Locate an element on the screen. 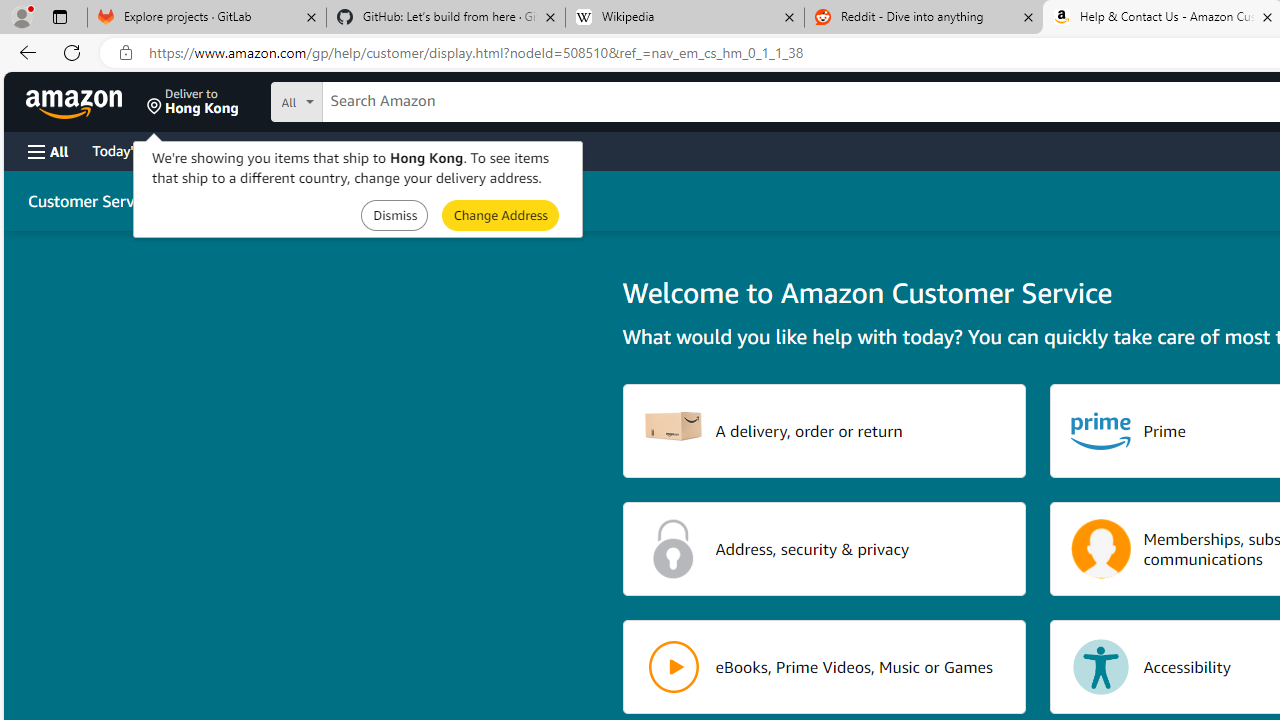 This screenshot has height=720, width=1280. 'A delivery, order or return' is located at coordinates (824, 429).